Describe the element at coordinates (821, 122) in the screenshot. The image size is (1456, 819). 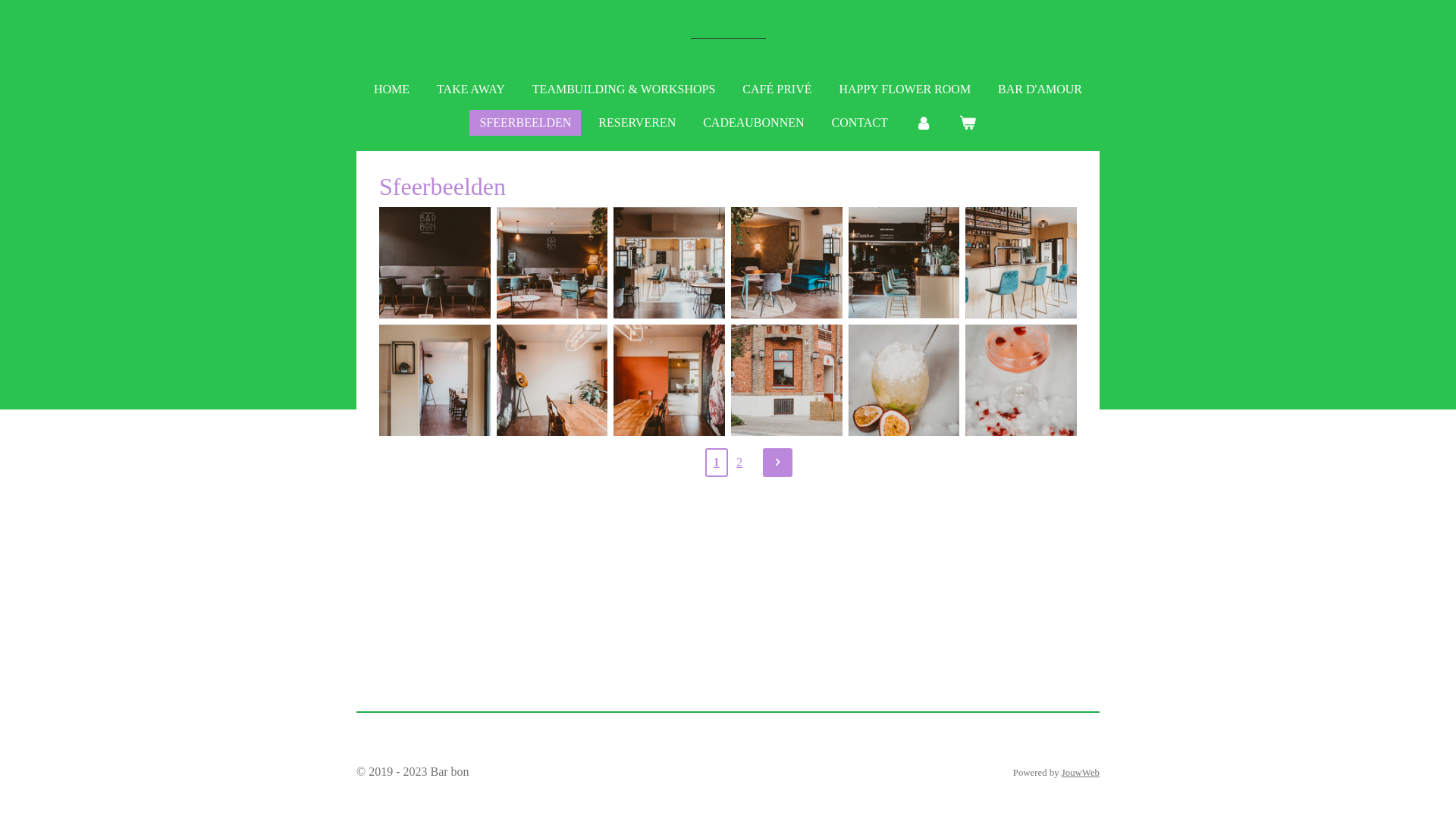
I see `'CONTACT'` at that location.